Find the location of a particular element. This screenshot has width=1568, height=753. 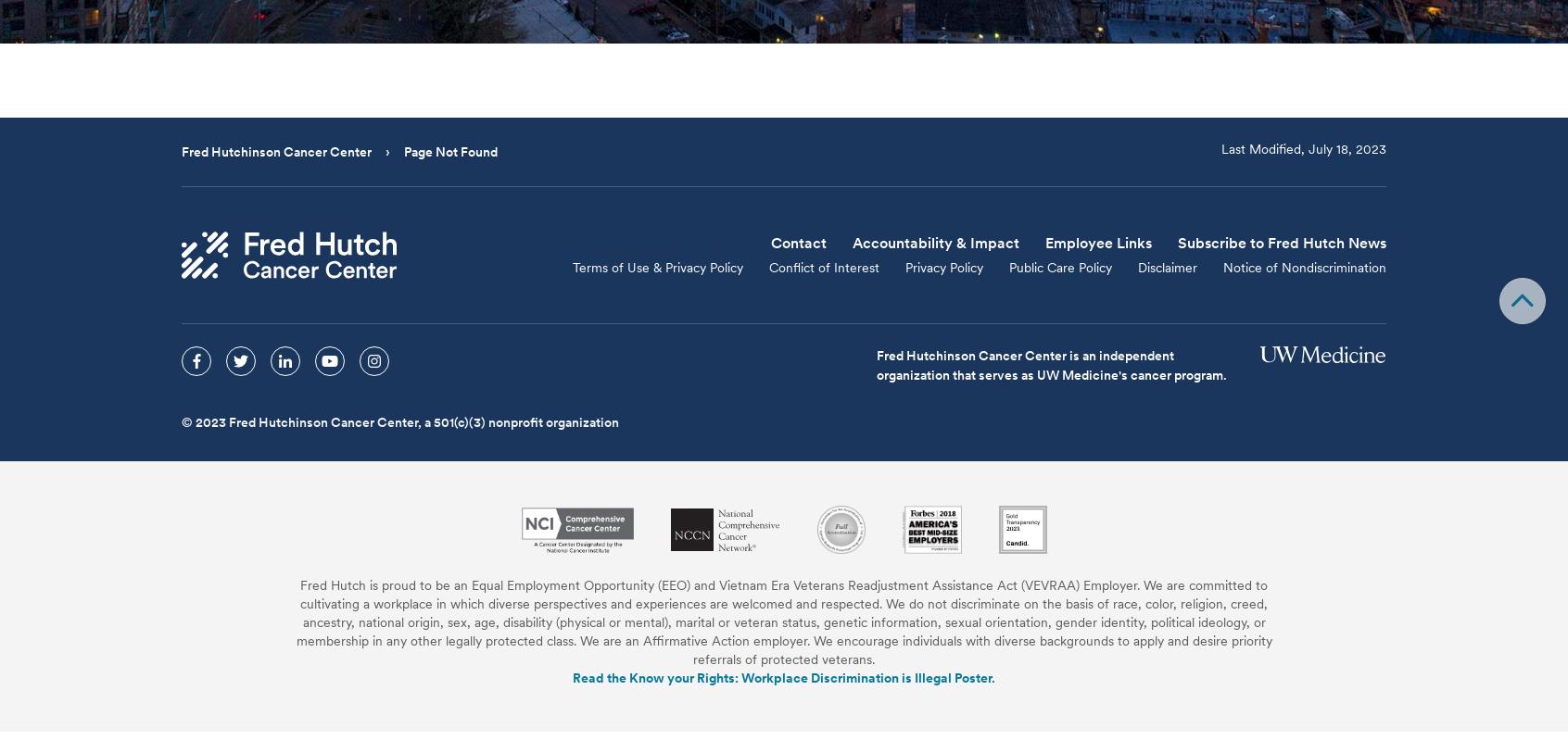

'Fred Hutchinson Cancer Center is an independent organization that serves as UW Medicine's cancer program.' is located at coordinates (1050, 364).